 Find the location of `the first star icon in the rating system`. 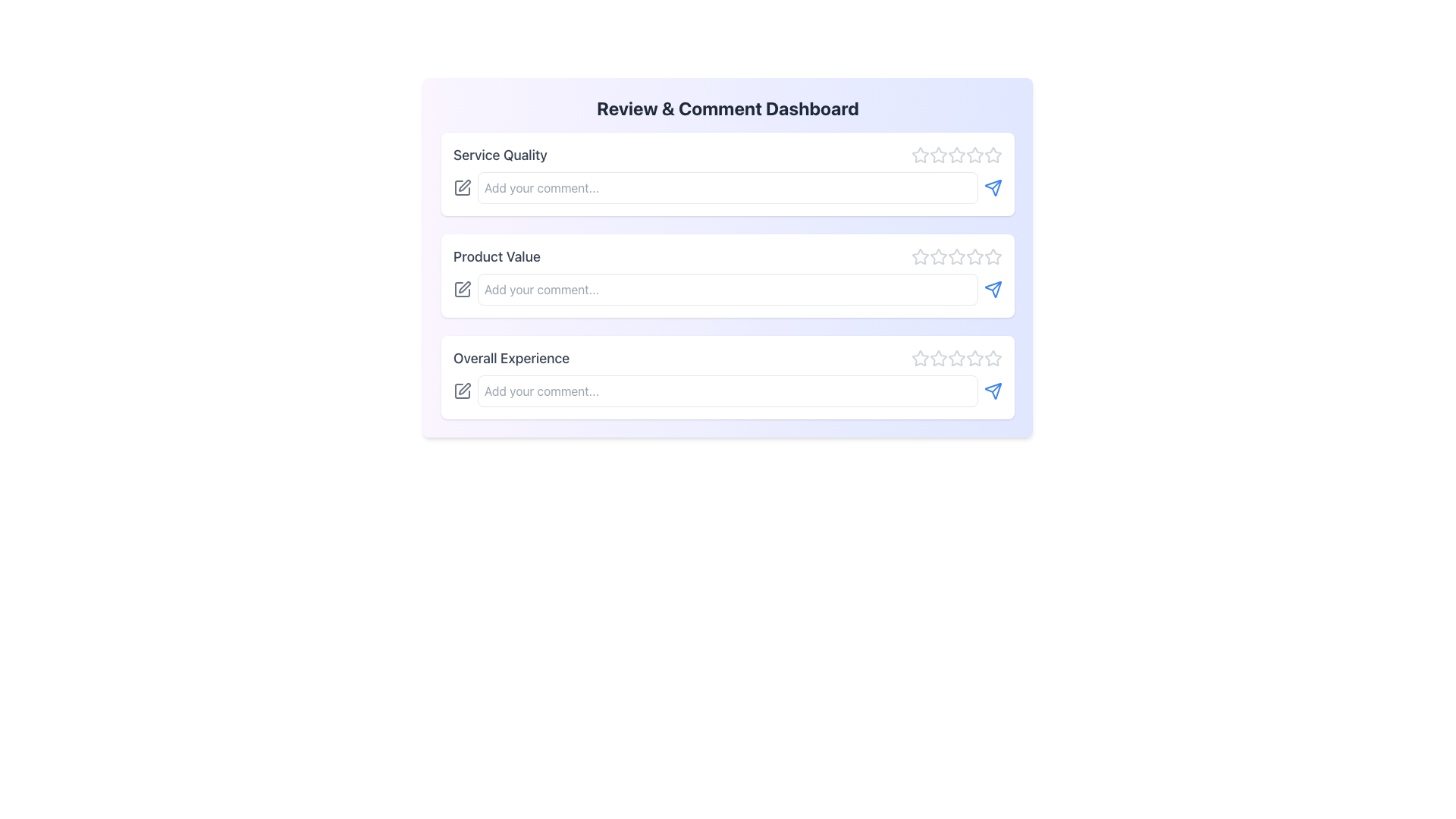

the first star icon in the rating system is located at coordinates (920, 155).